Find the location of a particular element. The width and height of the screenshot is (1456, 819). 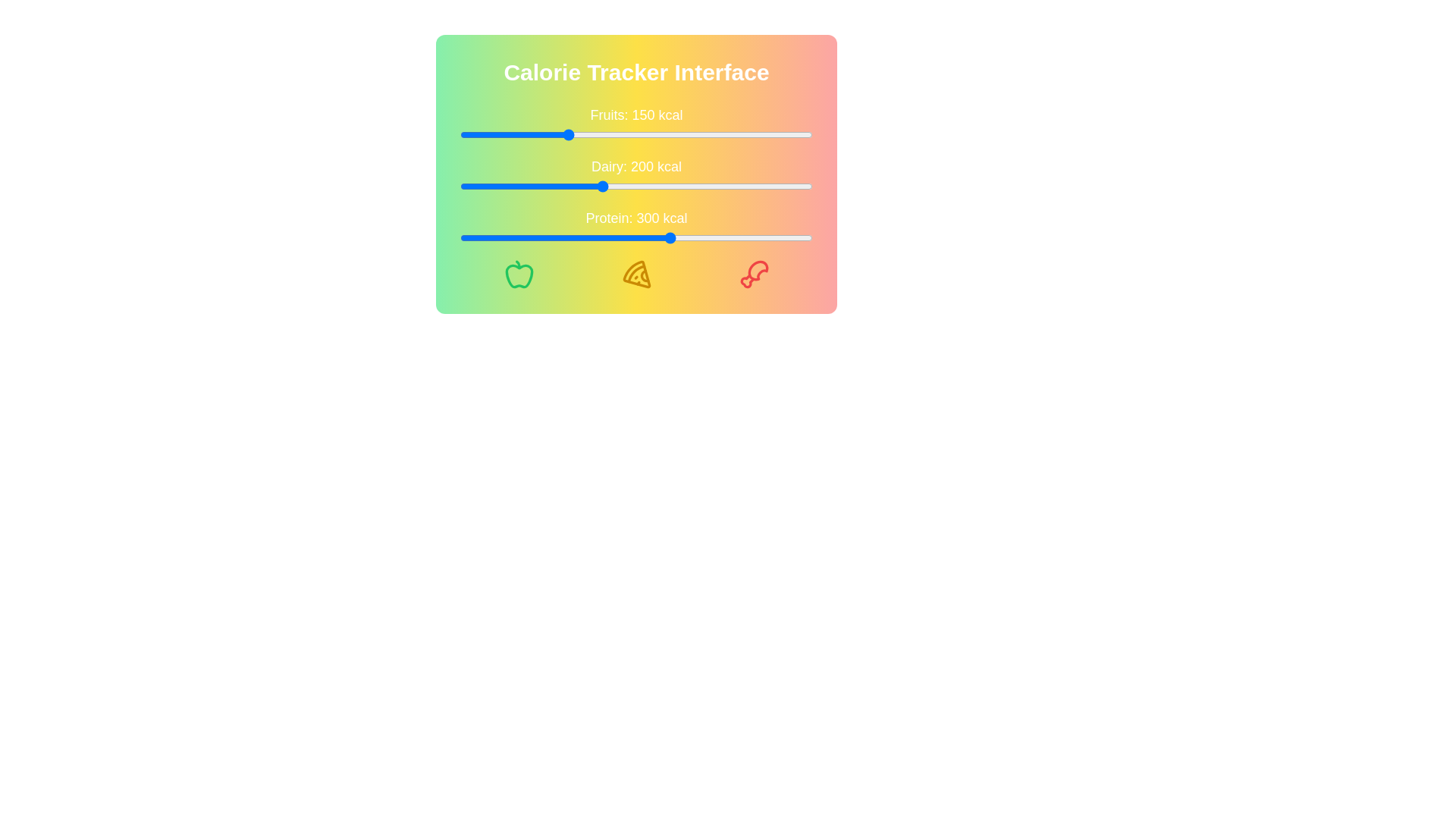

the calorie slider for 'Fruits' to 62 kcal is located at coordinates (504, 133).